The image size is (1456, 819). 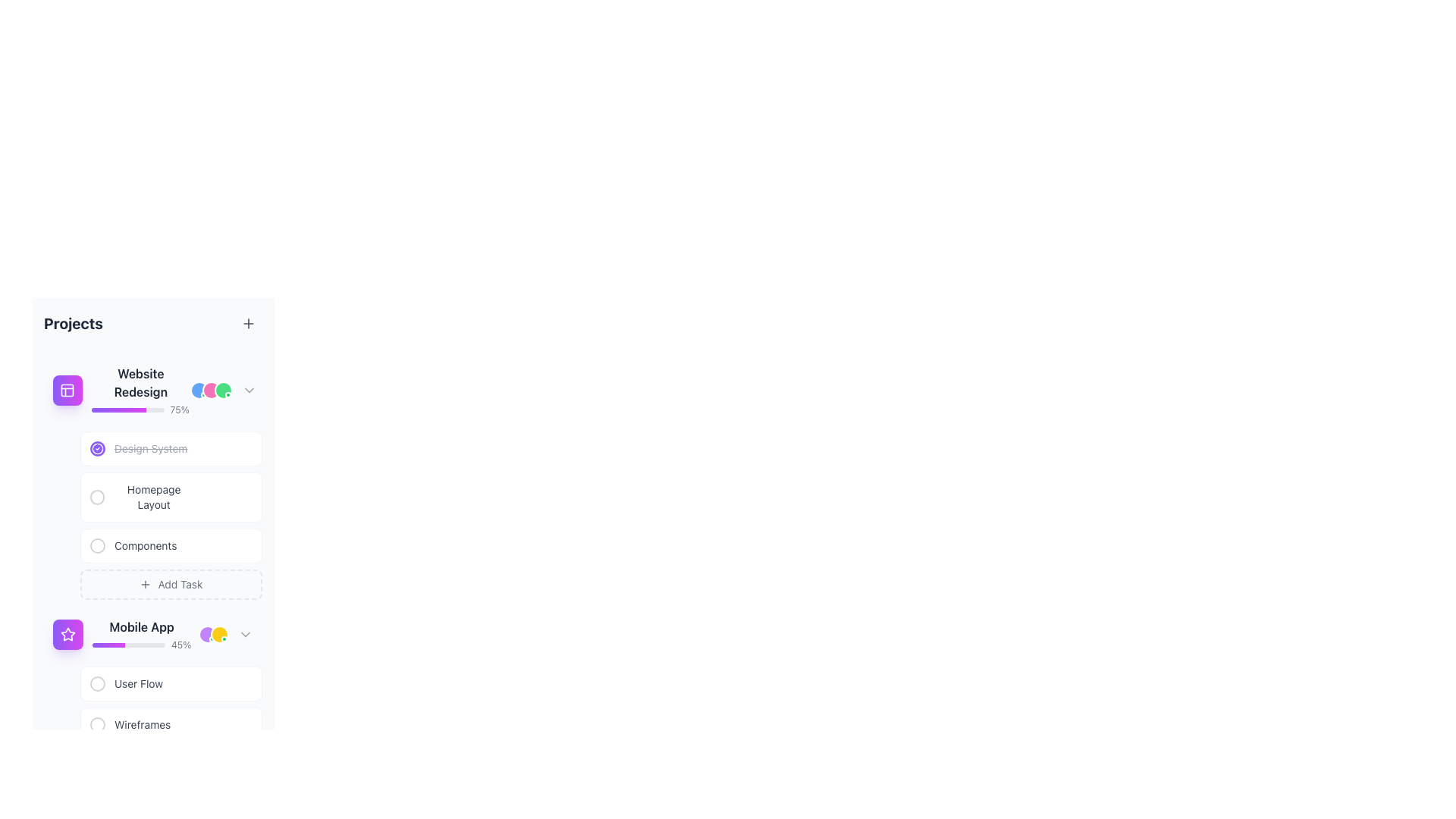 I want to click on the completed task list item with a strikethrough status and due date 'Today', located under the 'Website Redesign' project header, so click(x=171, y=447).